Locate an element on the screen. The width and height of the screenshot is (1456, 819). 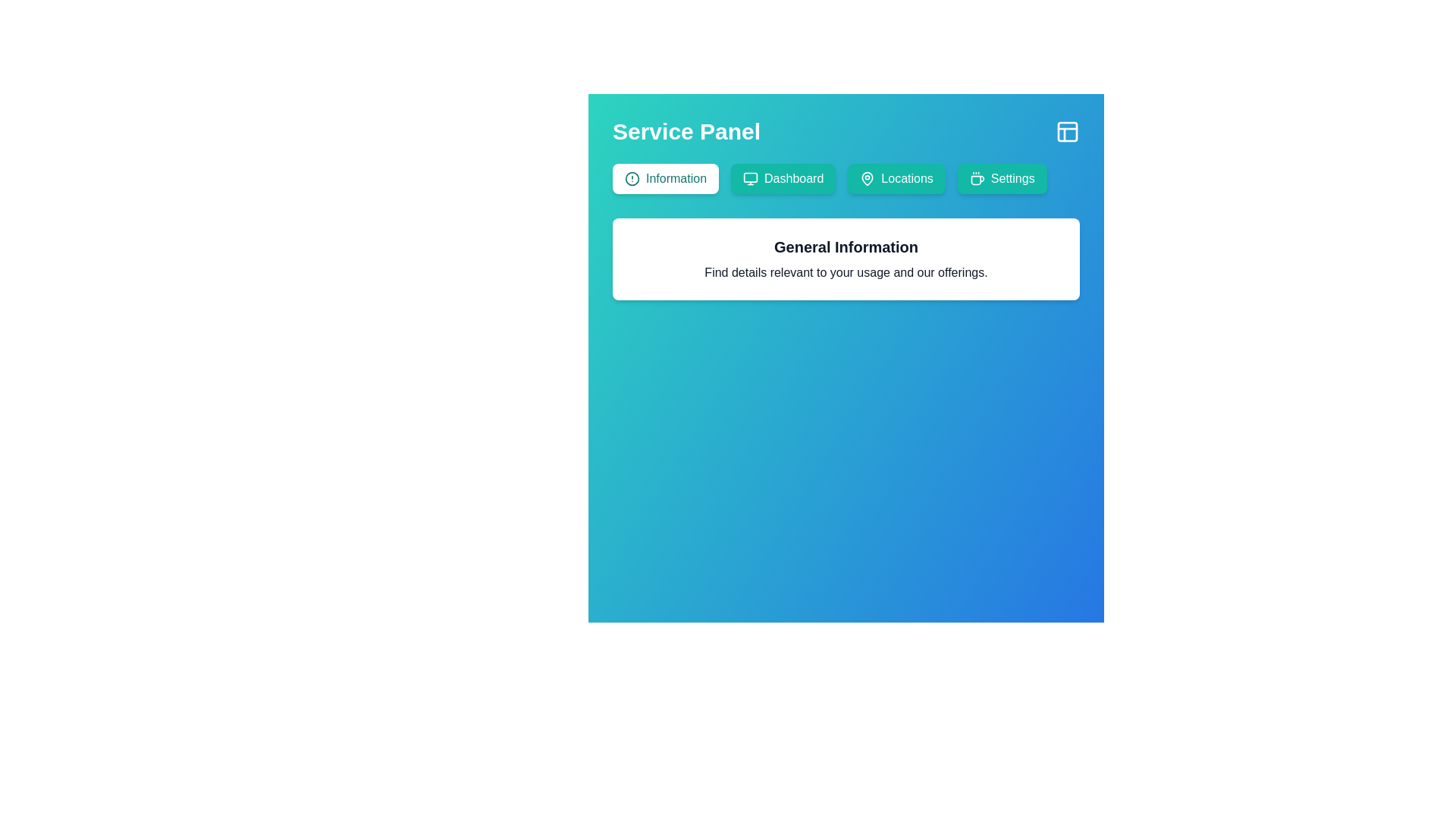
the 'Information' icon (SVG graphic) located at the top left of the button labeled 'Information' for informational purposes is located at coordinates (632, 177).